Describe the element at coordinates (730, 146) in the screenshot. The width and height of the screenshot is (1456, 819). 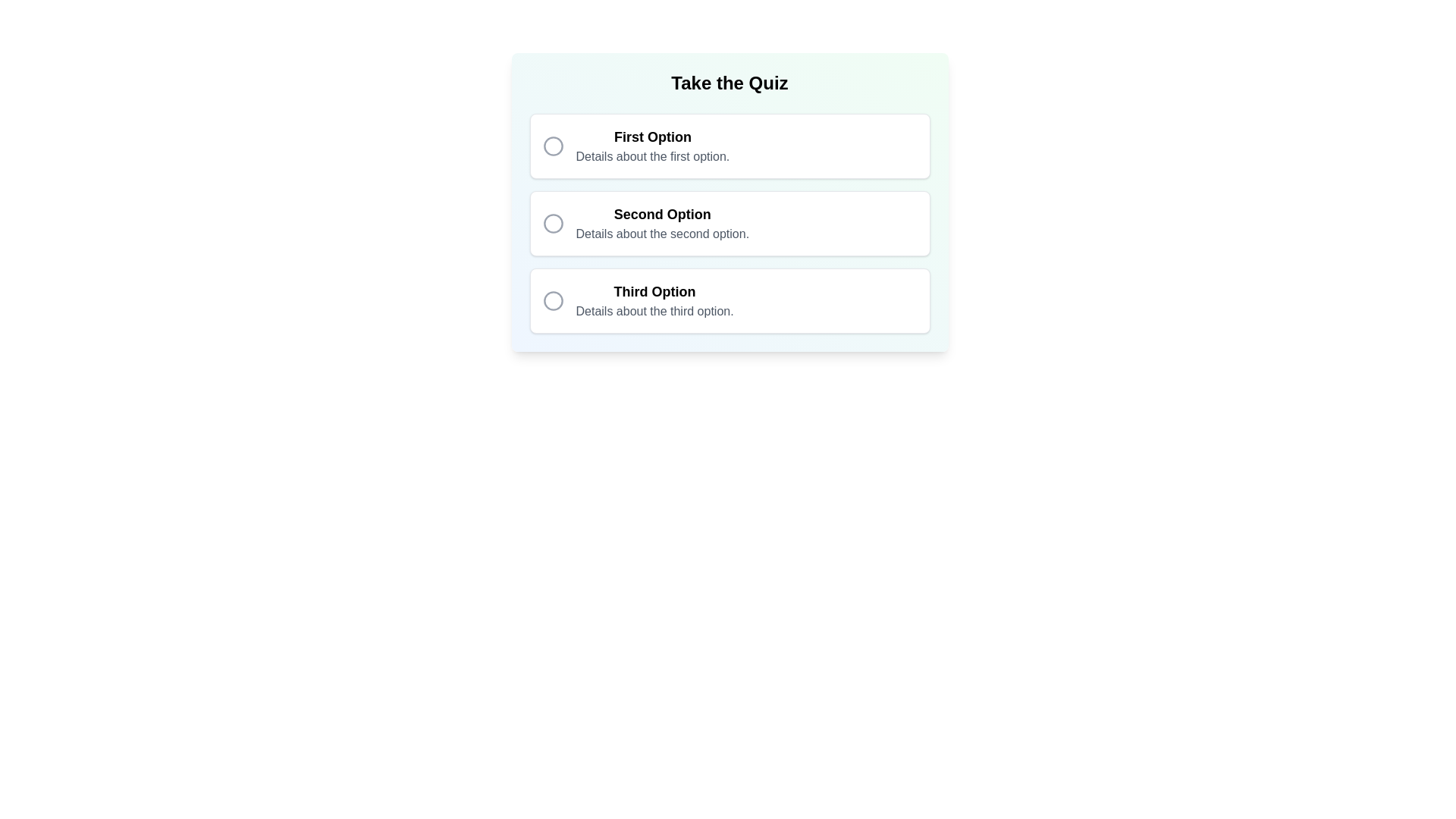
I see `the first radio option in the interactive option selector, which is positioned at the top of a vertically stacked list of options` at that location.